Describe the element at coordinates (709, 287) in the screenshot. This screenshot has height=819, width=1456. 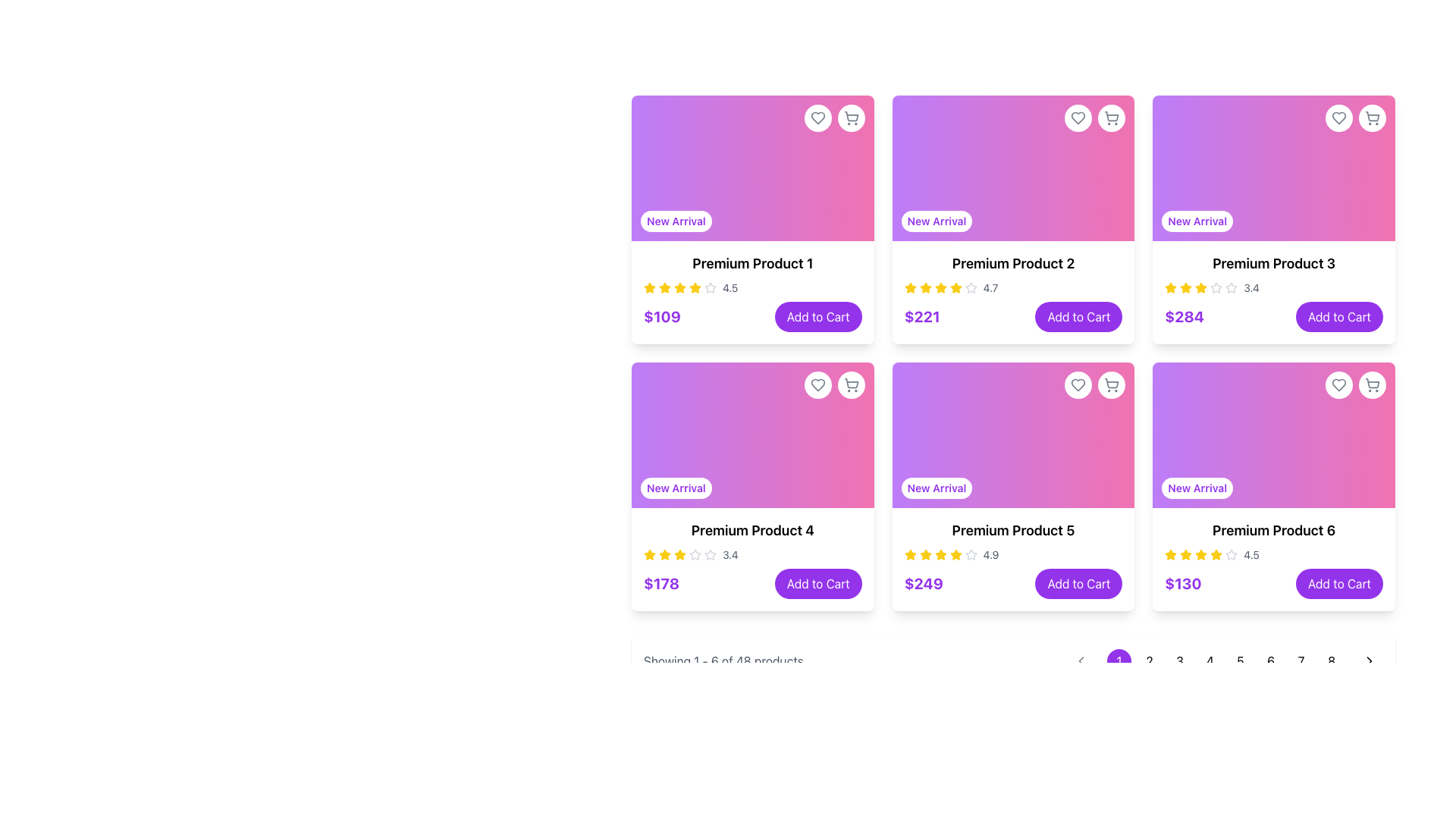
I see `the second star icon in the star rating system for 'Premium Product 1', which is styled with a gray outline and fills, distinct from other elements` at that location.